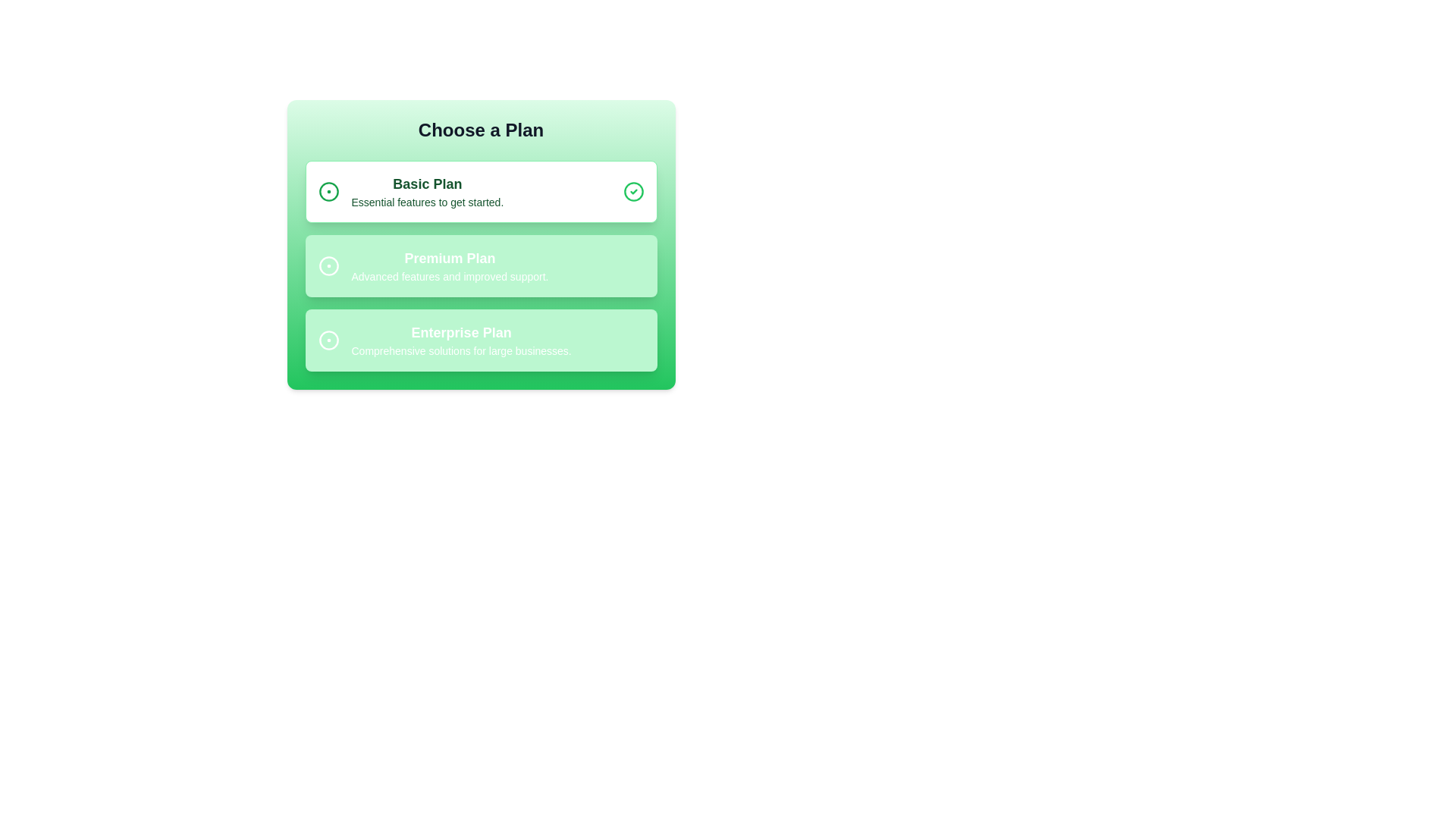 The height and width of the screenshot is (819, 1456). I want to click on the state of the selectable option indicator represented by the green outlined circle in the SVG graphic, located to the left of the 'Basic Plan' option in the 'Choose a Plan' section, so click(328, 191).